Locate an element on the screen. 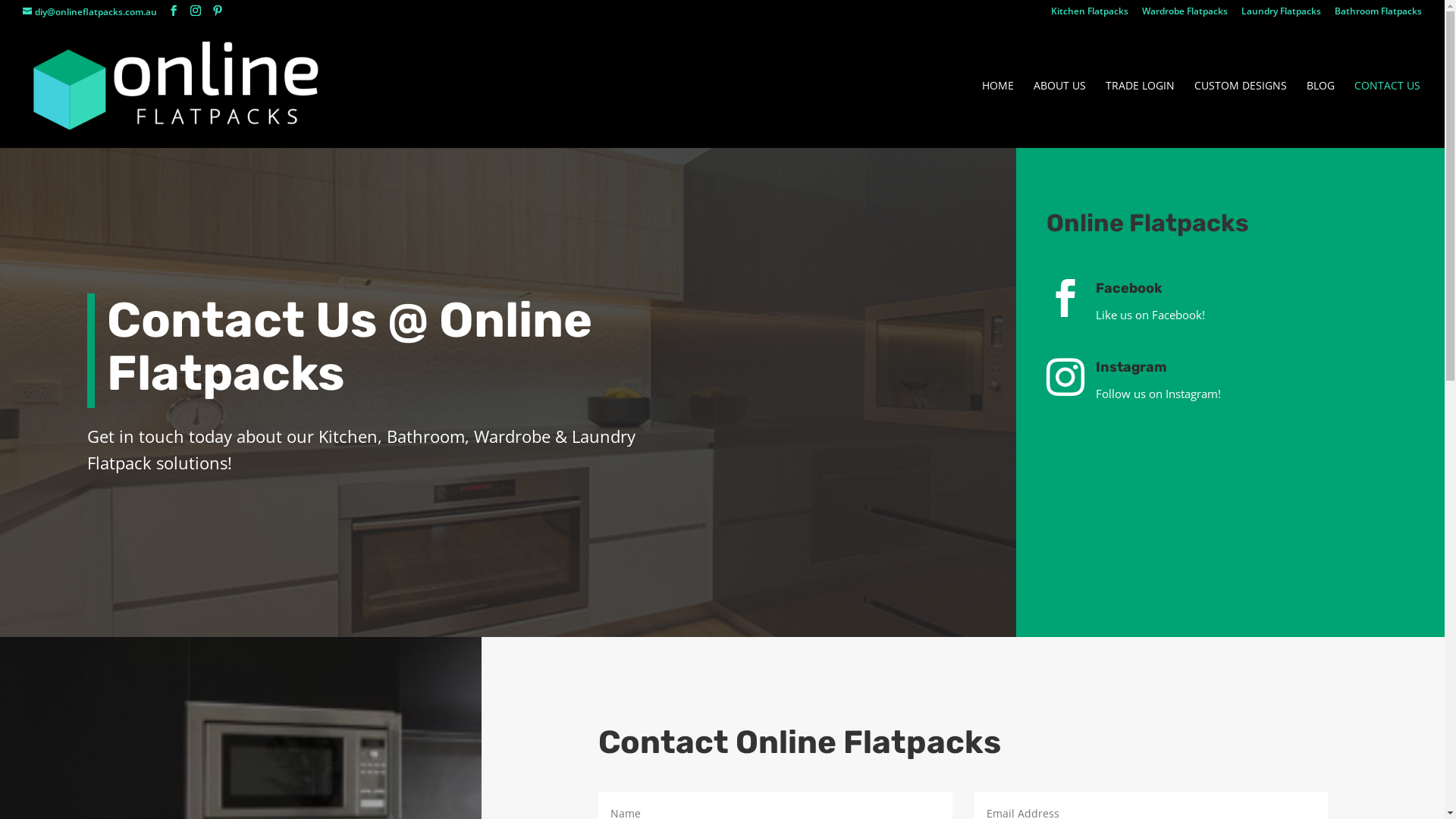 This screenshot has width=1456, height=819. 'Kitchen Flatpacks' is located at coordinates (1088, 14).